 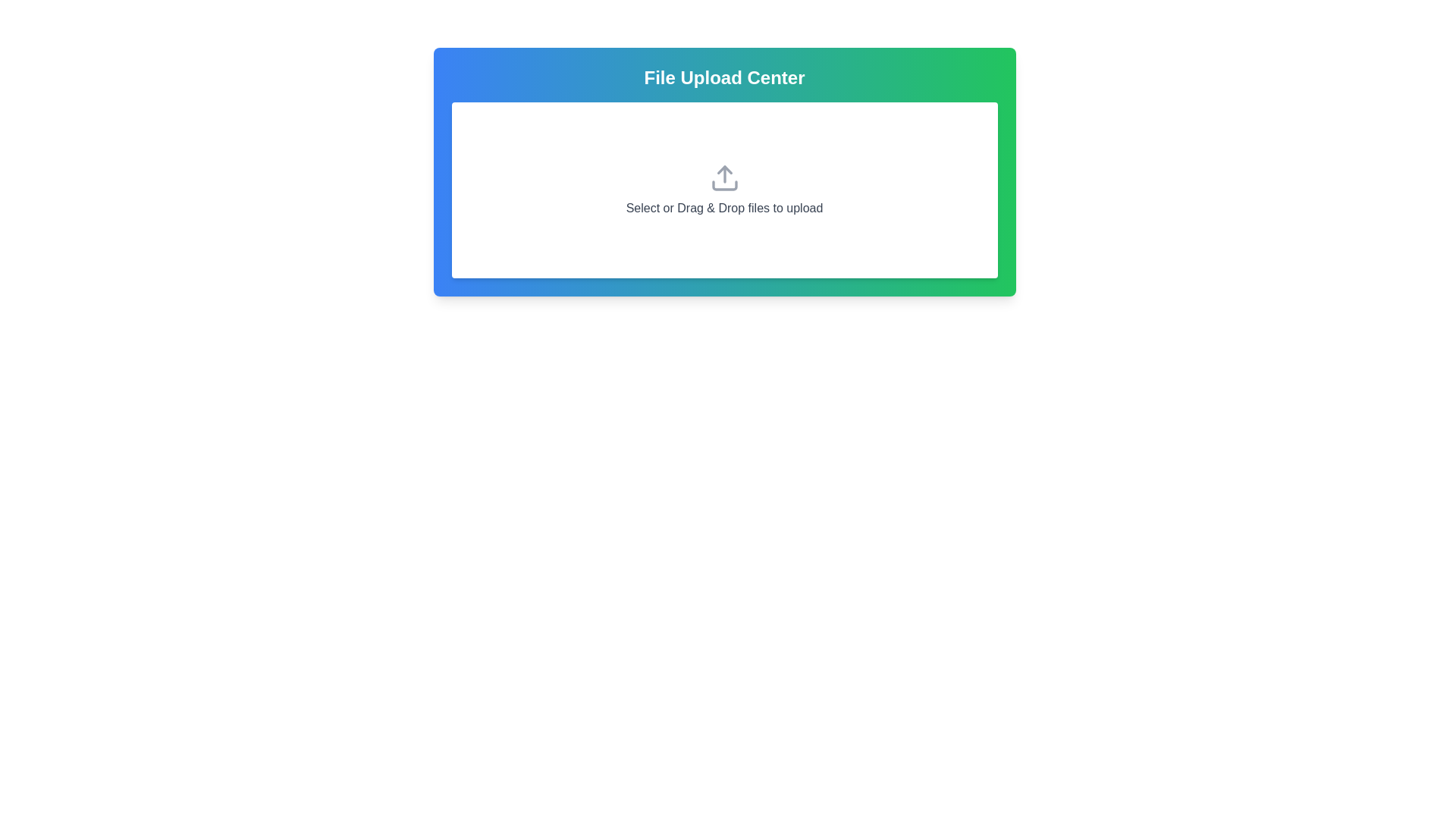 What do you see at coordinates (723, 189) in the screenshot?
I see `the instructional text label that informs users about the file upload functionality, which is centrally located within the upload box` at bounding box center [723, 189].